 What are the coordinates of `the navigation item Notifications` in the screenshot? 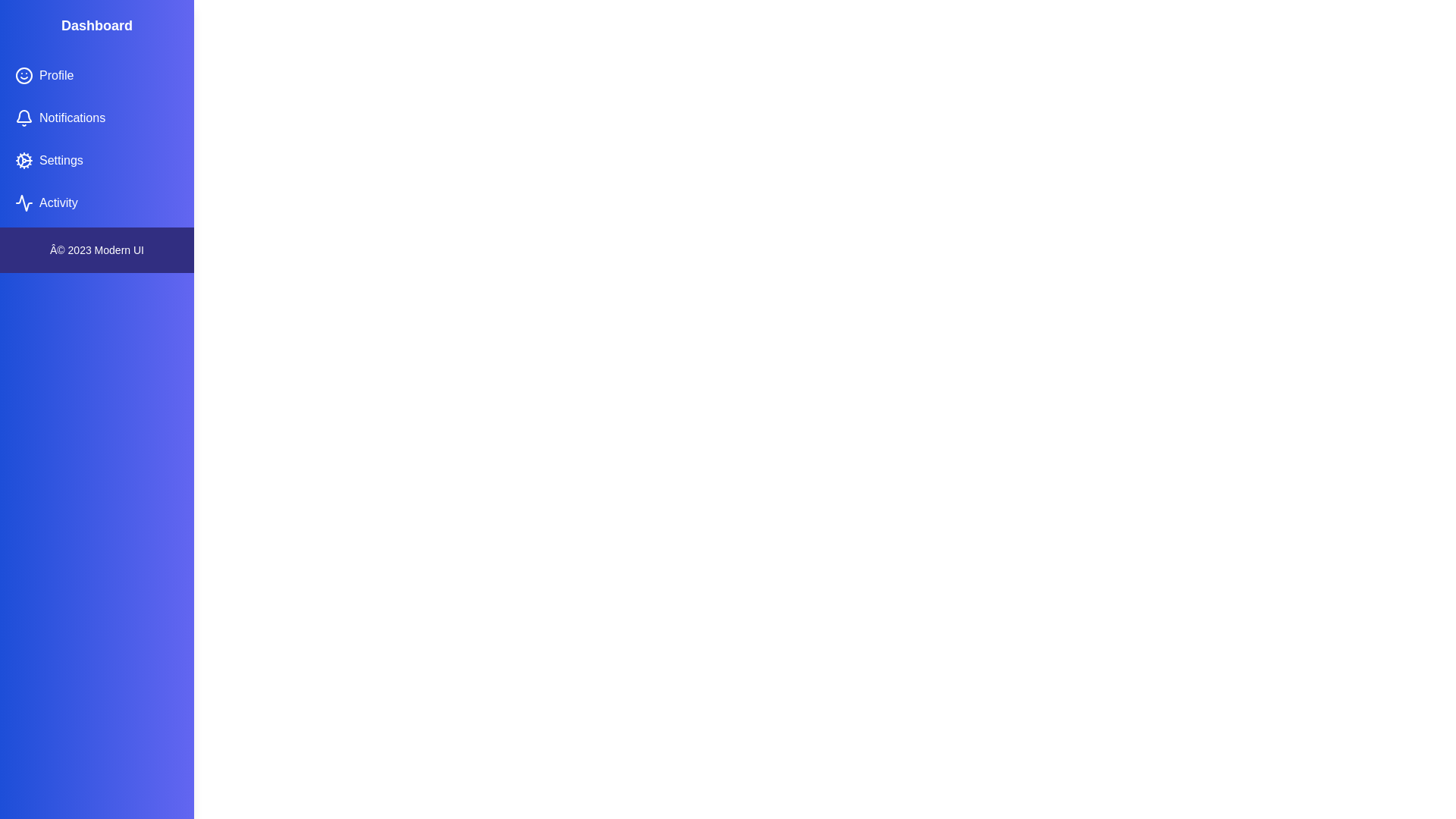 It's located at (96, 117).